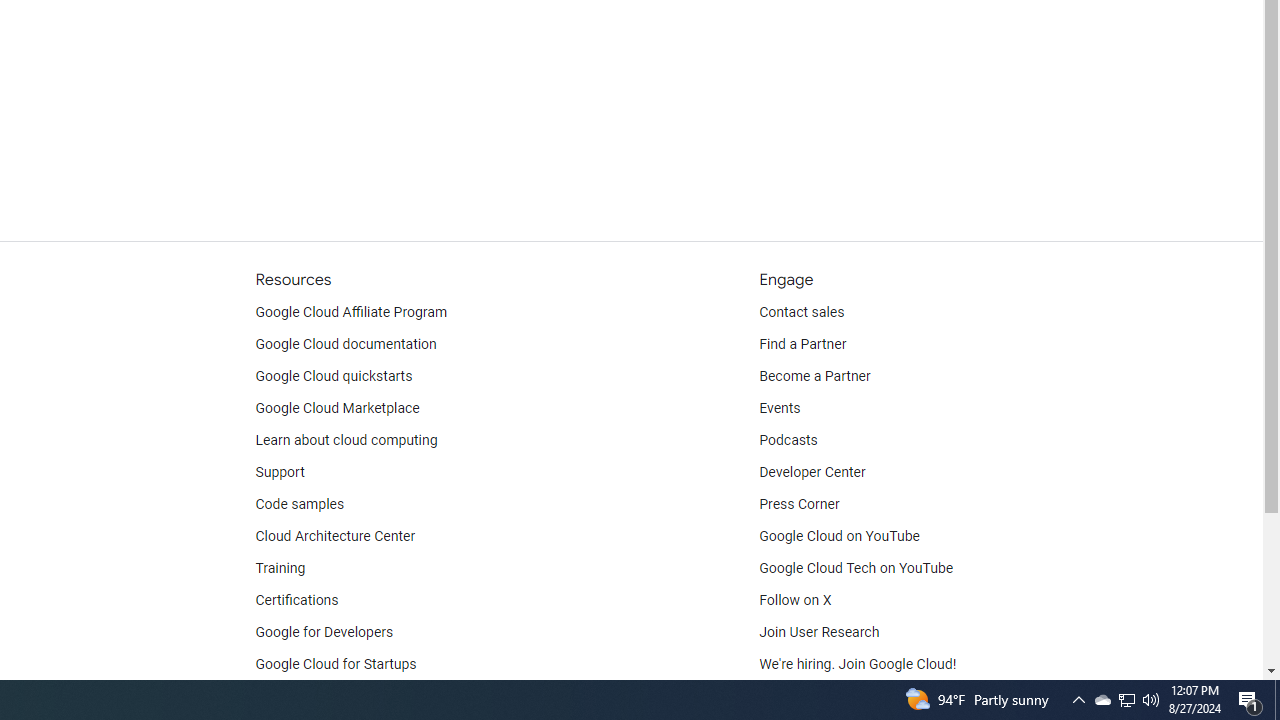  I want to click on 'Support', so click(278, 473).